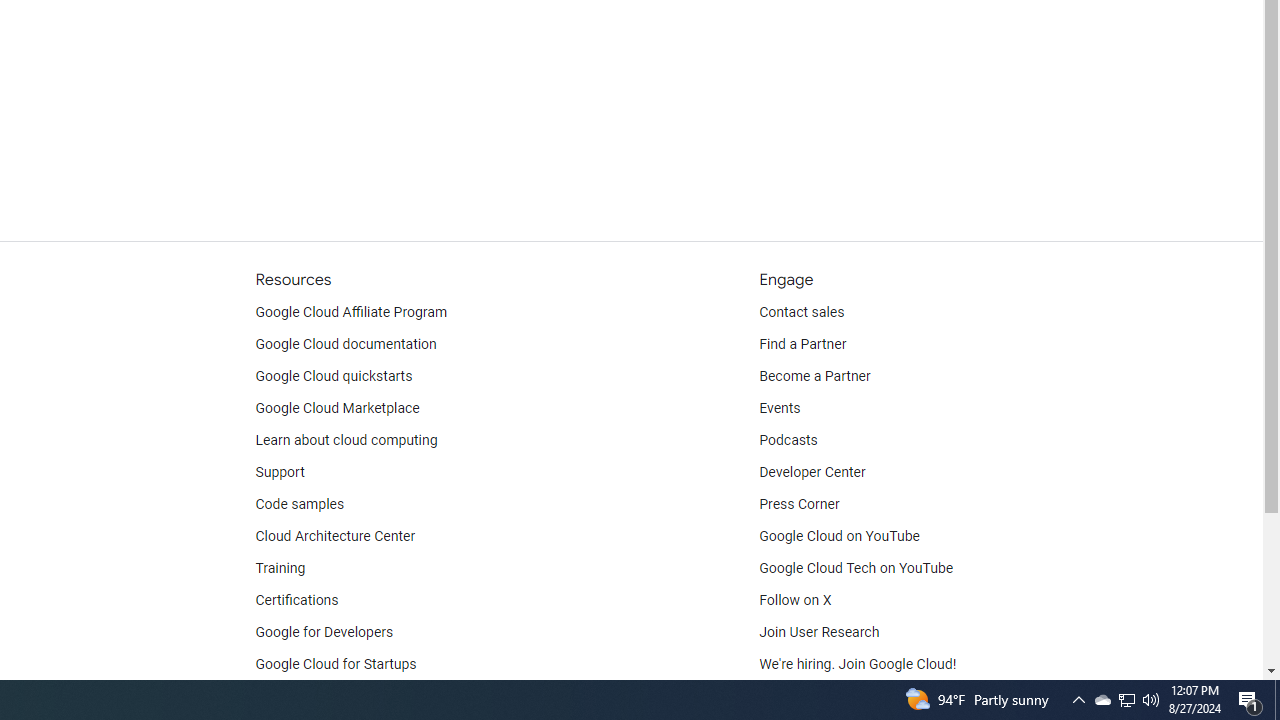  I want to click on 'Support', so click(278, 473).